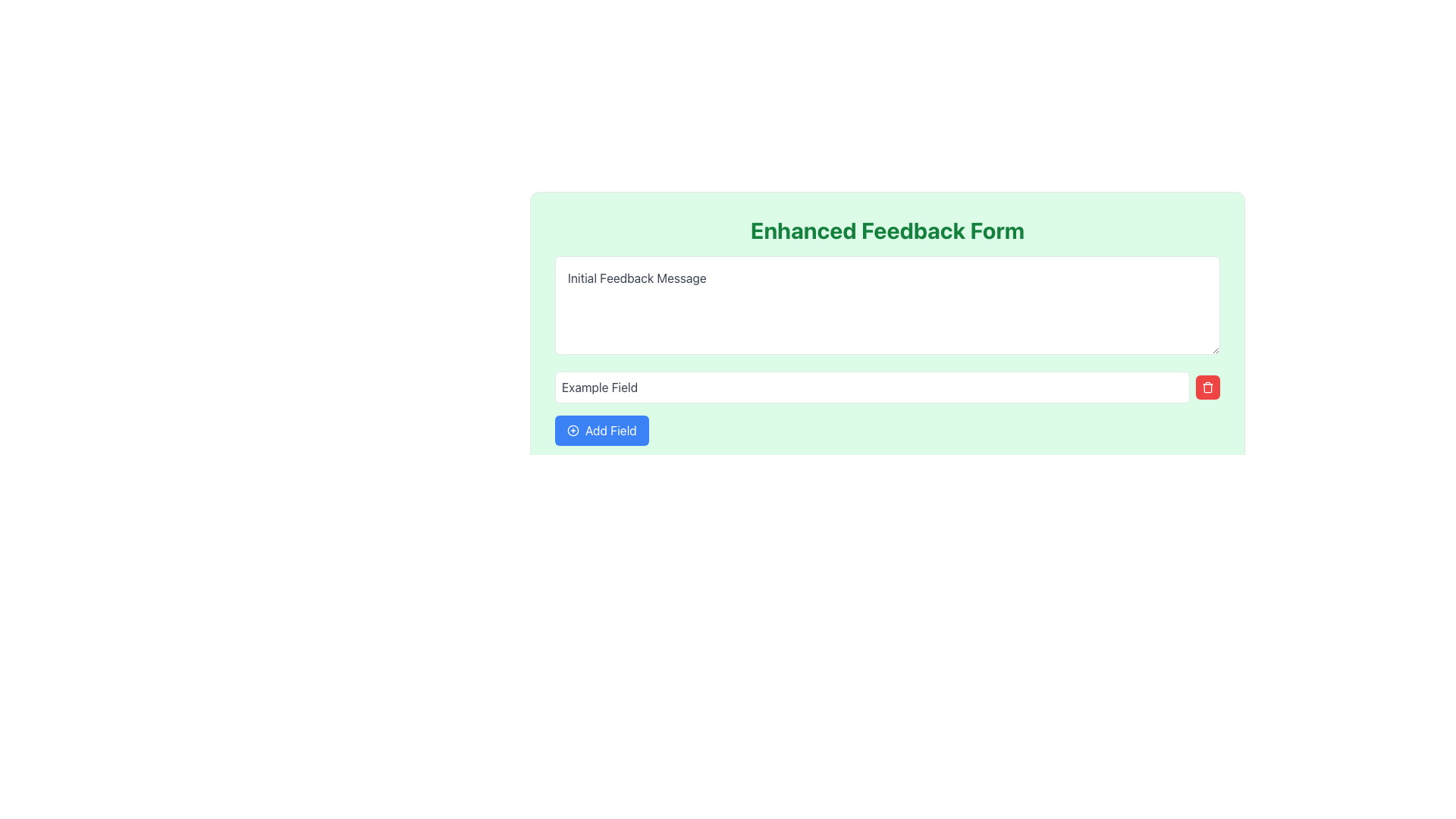 This screenshot has height=819, width=1456. I want to click on the SVG Icon (circle plus symbol) located to the left of the 'Add Field' text within the button, so click(572, 430).